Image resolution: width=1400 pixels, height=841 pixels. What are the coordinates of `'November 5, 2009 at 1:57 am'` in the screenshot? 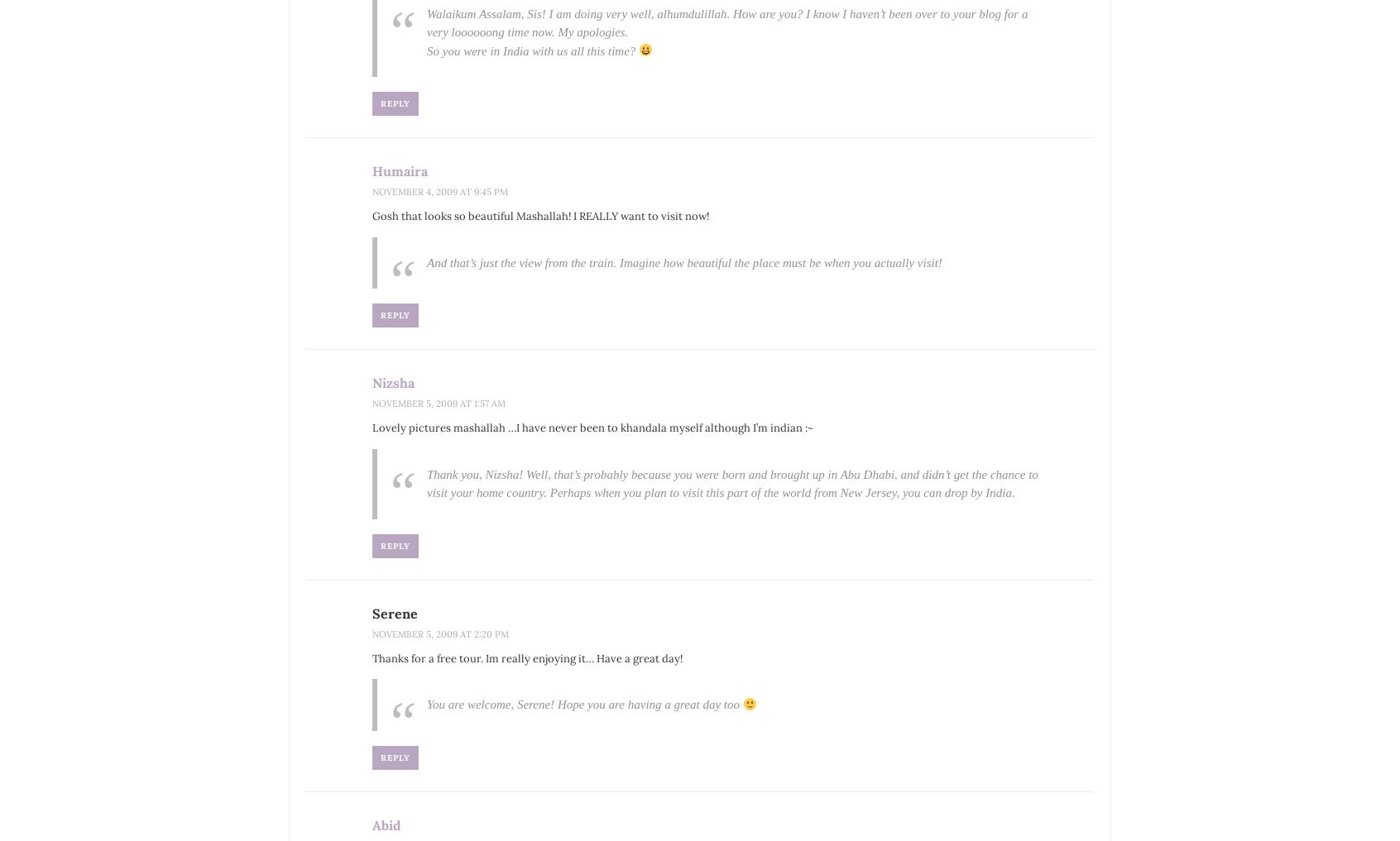 It's located at (439, 402).